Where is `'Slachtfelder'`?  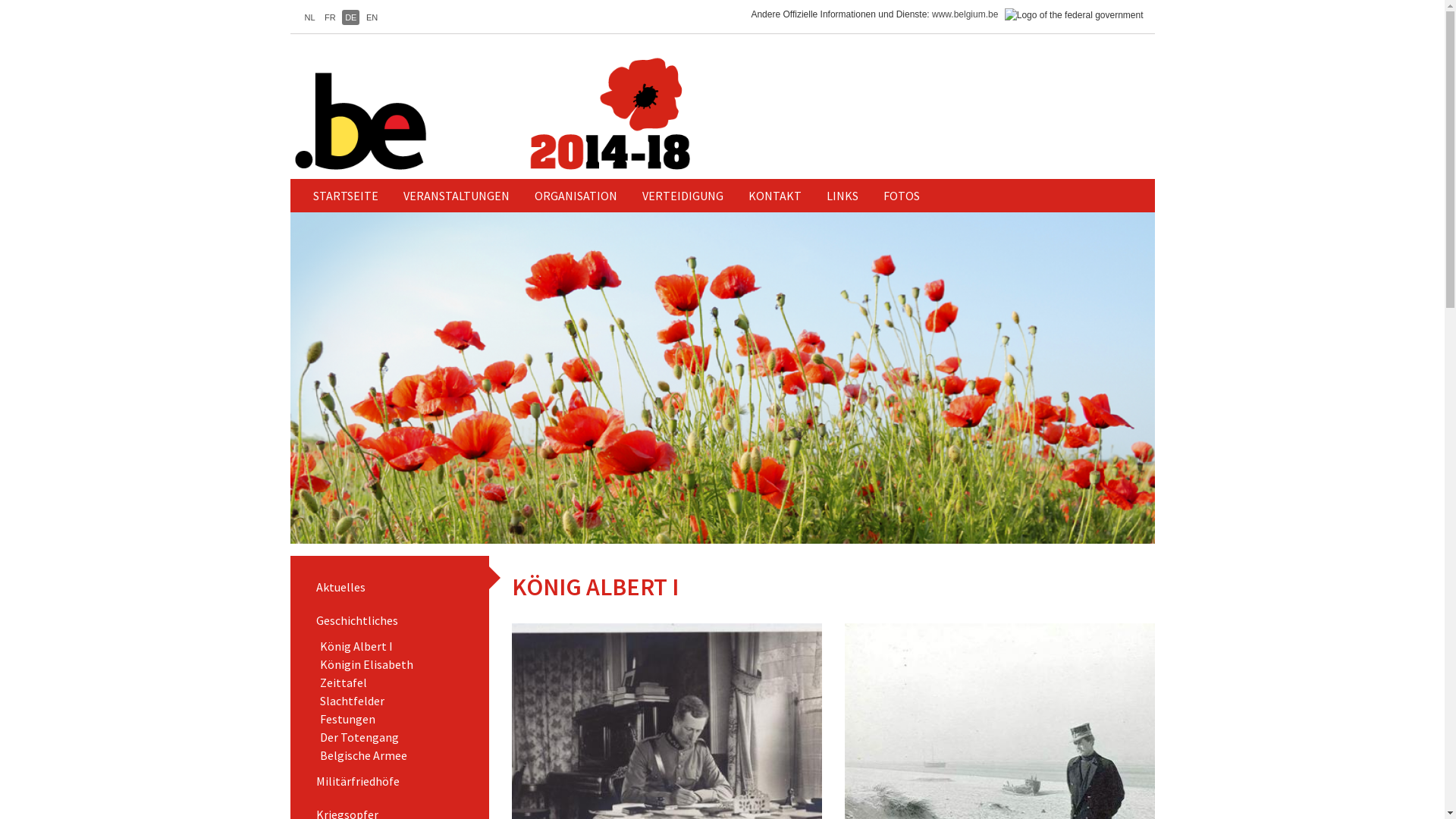
'Slachtfelder' is located at coordinates (351, 701).